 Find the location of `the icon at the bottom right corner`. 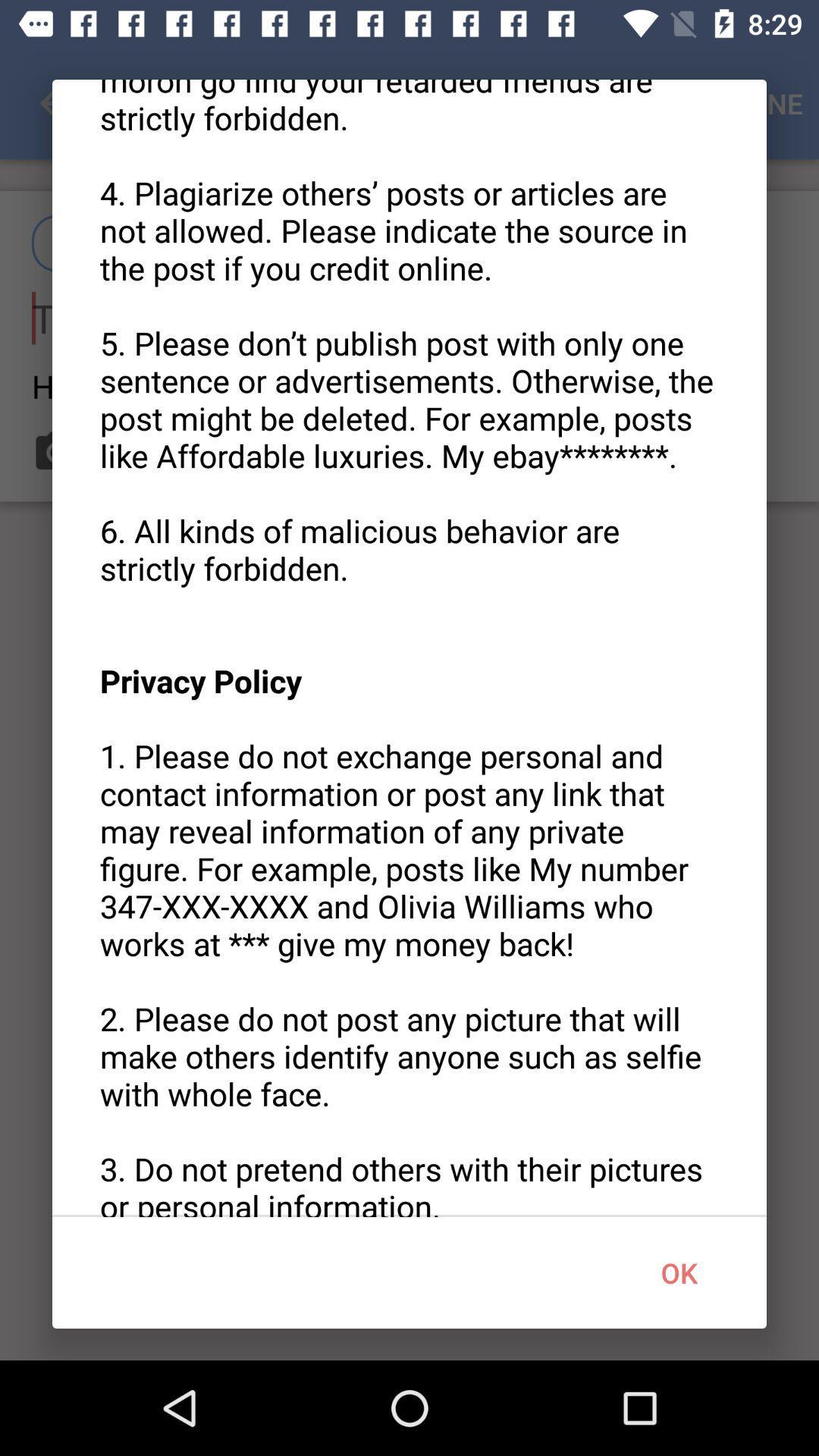

the icon at the bottom right corner is located at coordinates (678, 1272).